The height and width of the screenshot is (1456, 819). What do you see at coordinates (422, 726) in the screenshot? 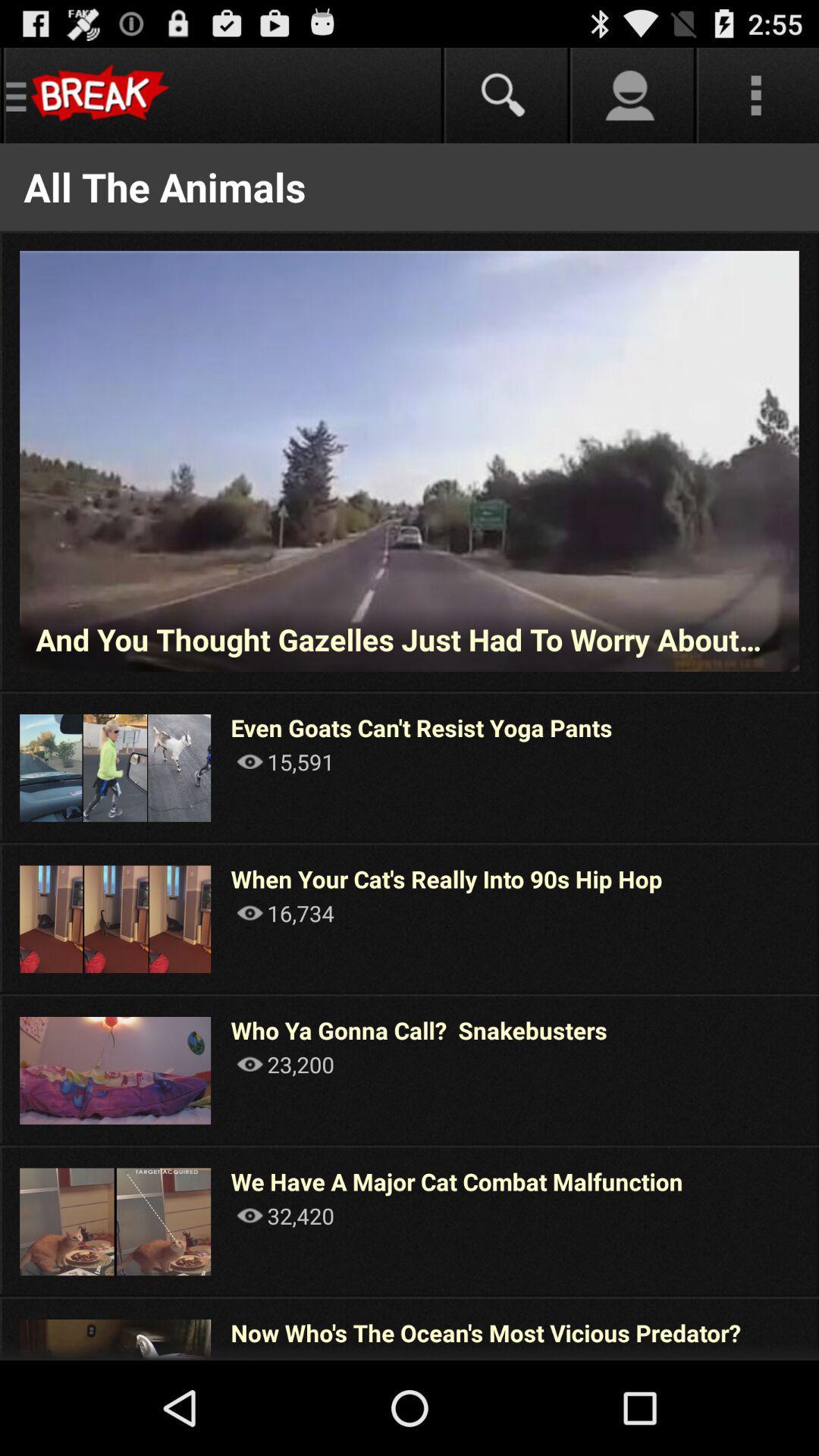
I see `the icon above 15,591 item` at bounding box center [422, 726].